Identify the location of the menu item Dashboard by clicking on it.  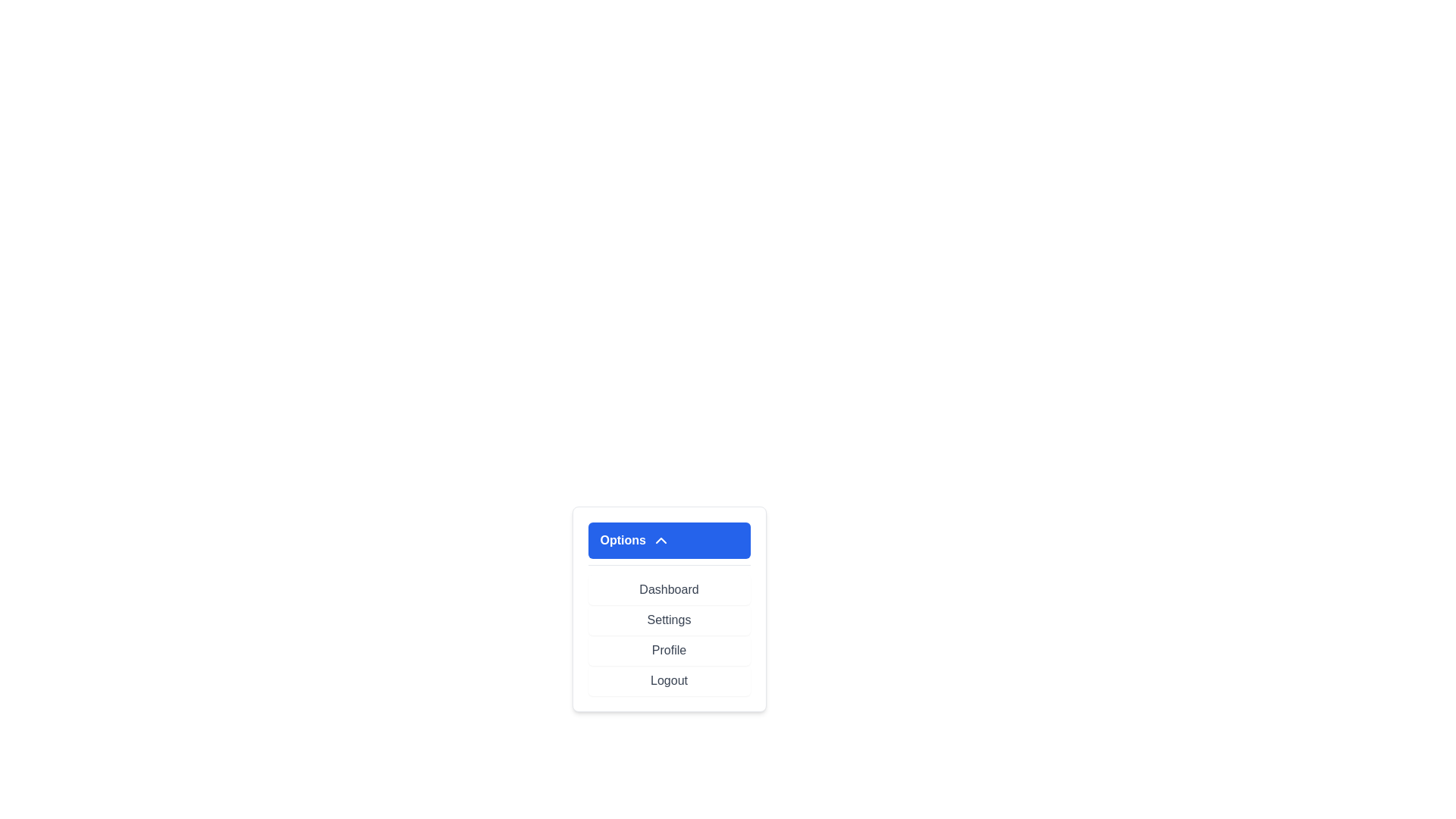
(668, 589).